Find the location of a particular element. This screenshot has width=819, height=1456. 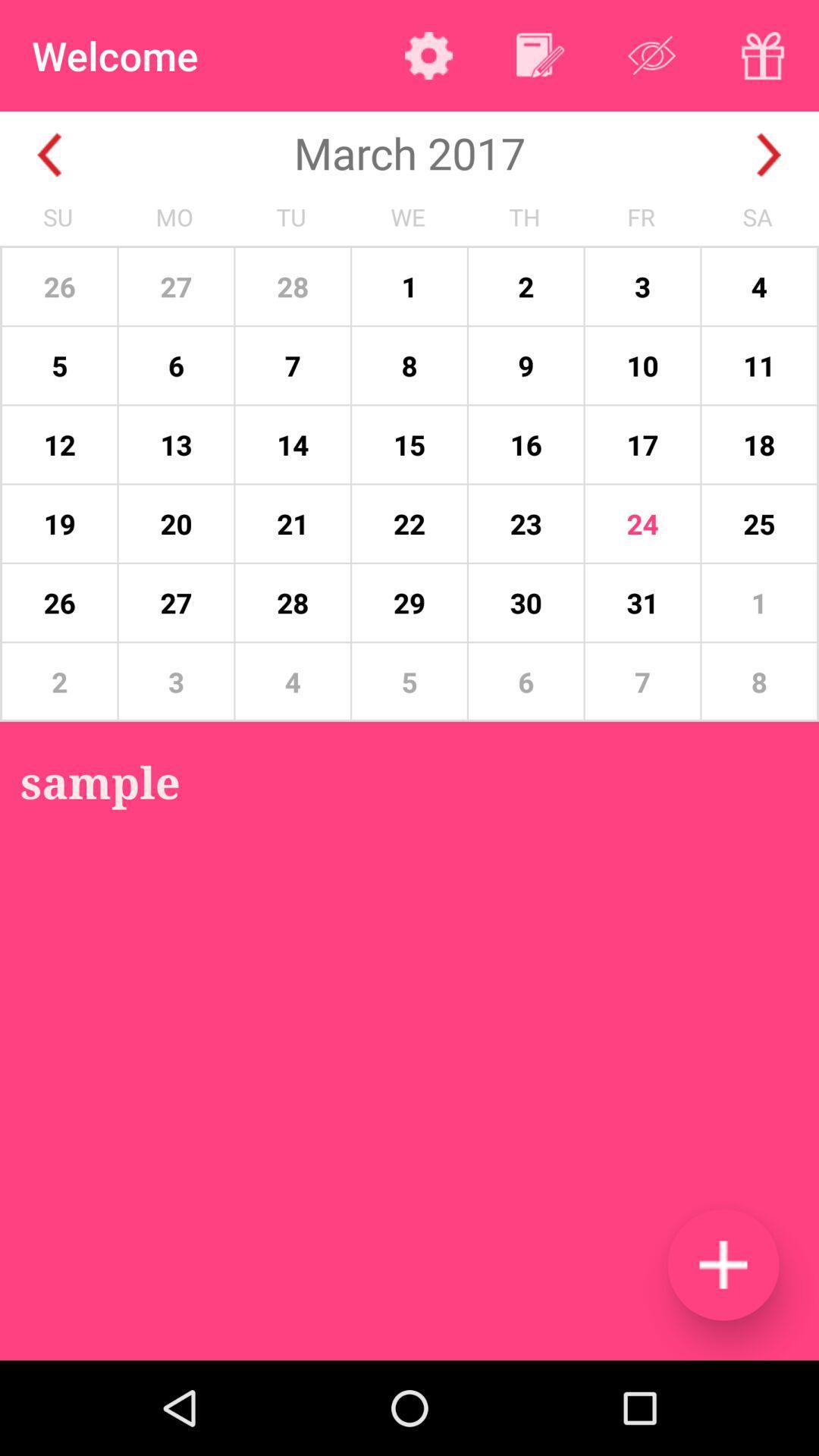

new is located at coordinates (722, 1264).